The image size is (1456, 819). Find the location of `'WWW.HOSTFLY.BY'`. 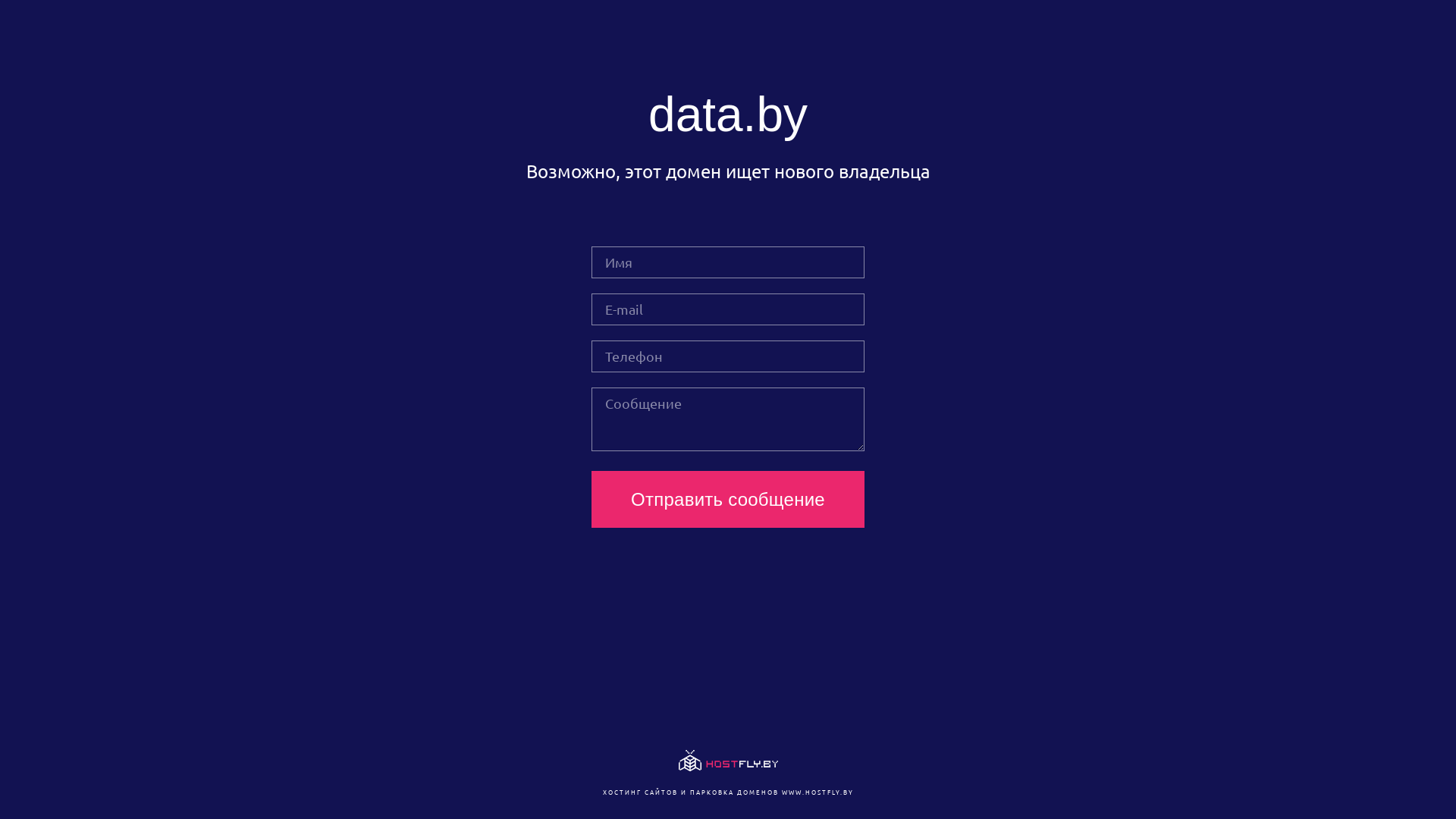

'WWW.HOSTFLY.BY' is located at coordinates (816, 791).